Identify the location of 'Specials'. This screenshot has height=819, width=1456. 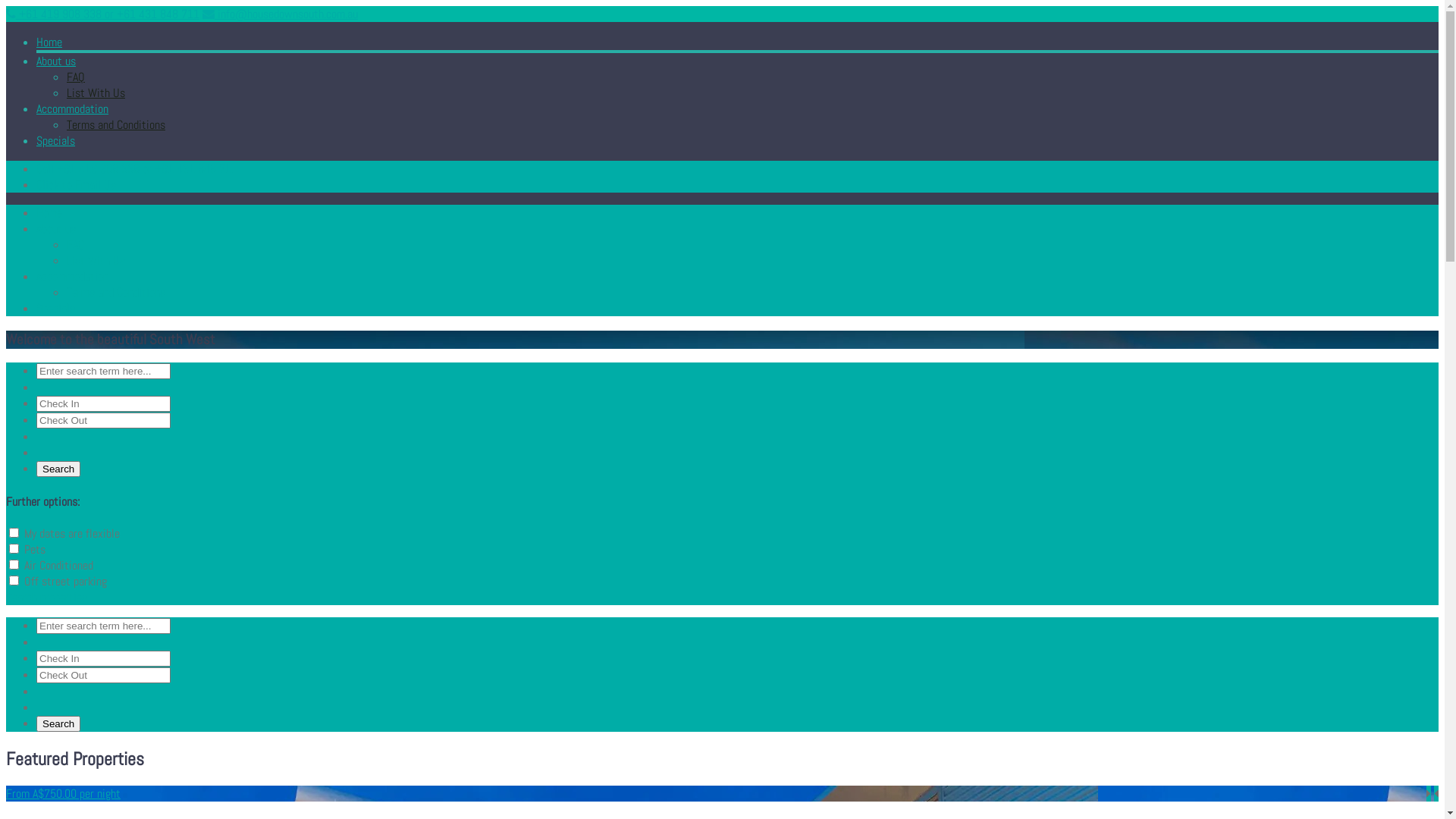
(55, 140).